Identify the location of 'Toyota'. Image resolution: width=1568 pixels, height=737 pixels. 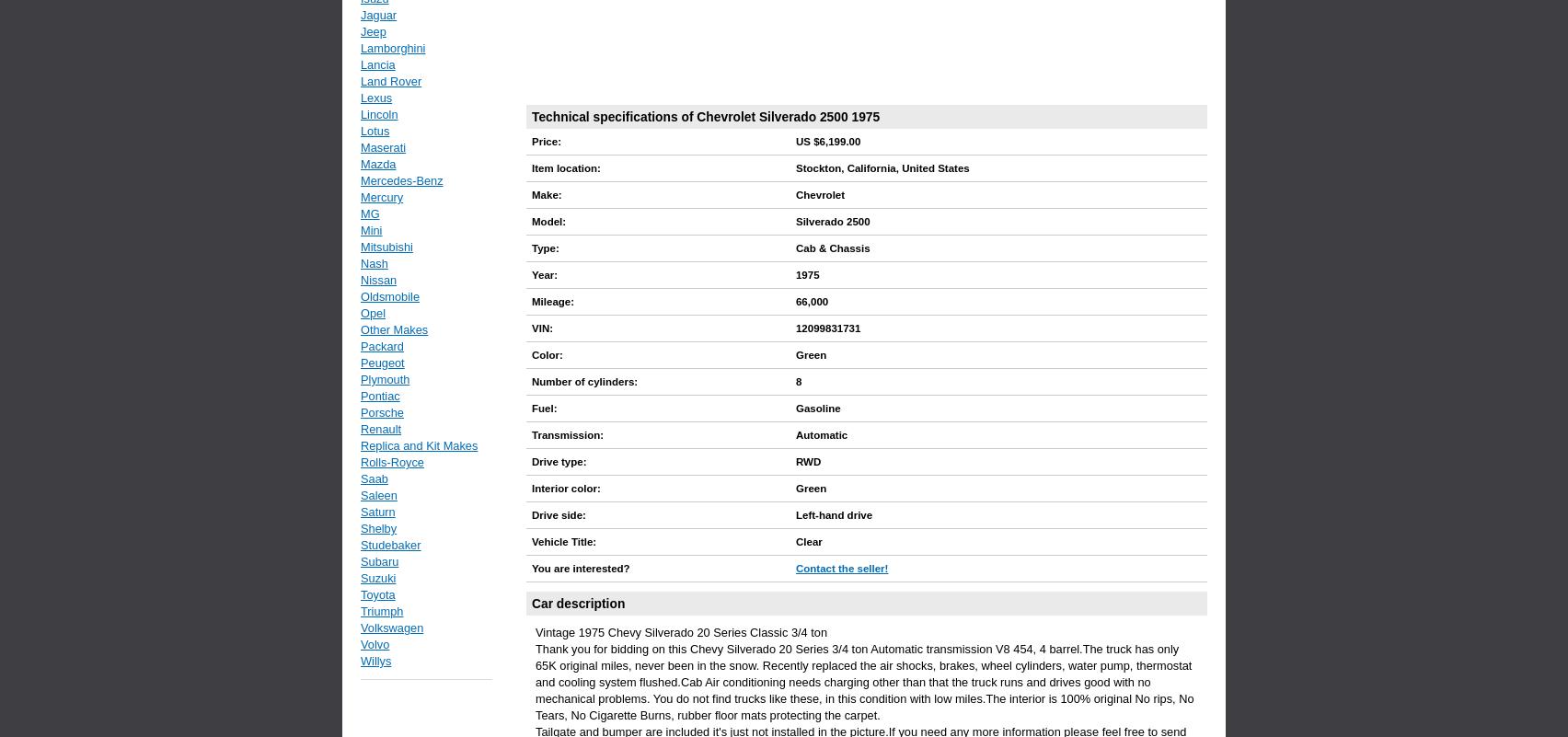
(359, 593).